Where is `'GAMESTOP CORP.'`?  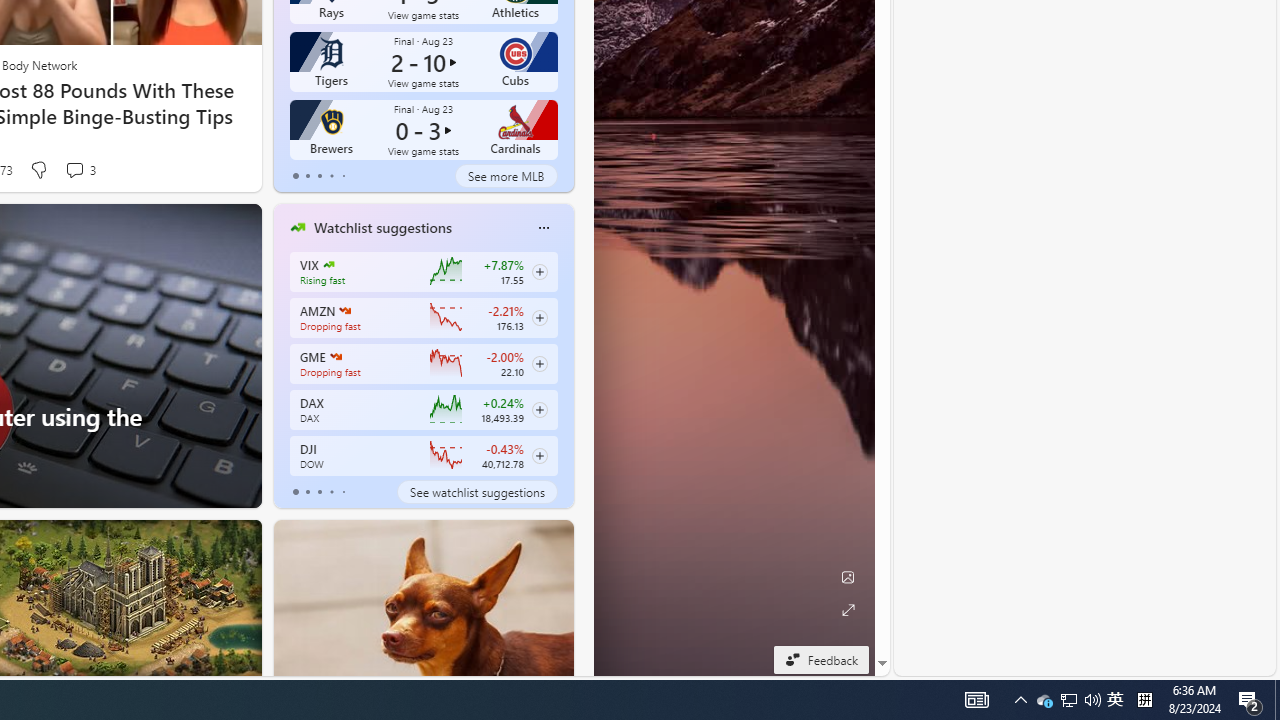 'GAMESTOP CORP.' is located at coordinates (335, 356).